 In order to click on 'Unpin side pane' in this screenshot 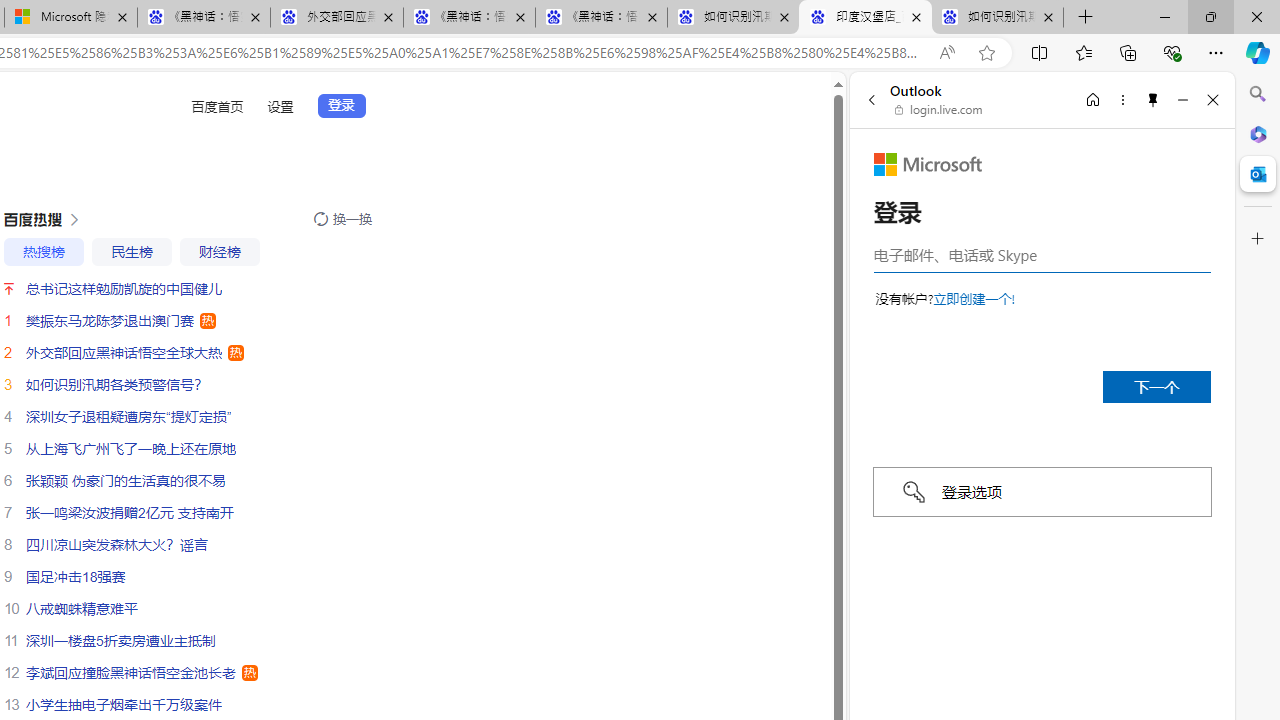, I will do `click(1153, 99)`.